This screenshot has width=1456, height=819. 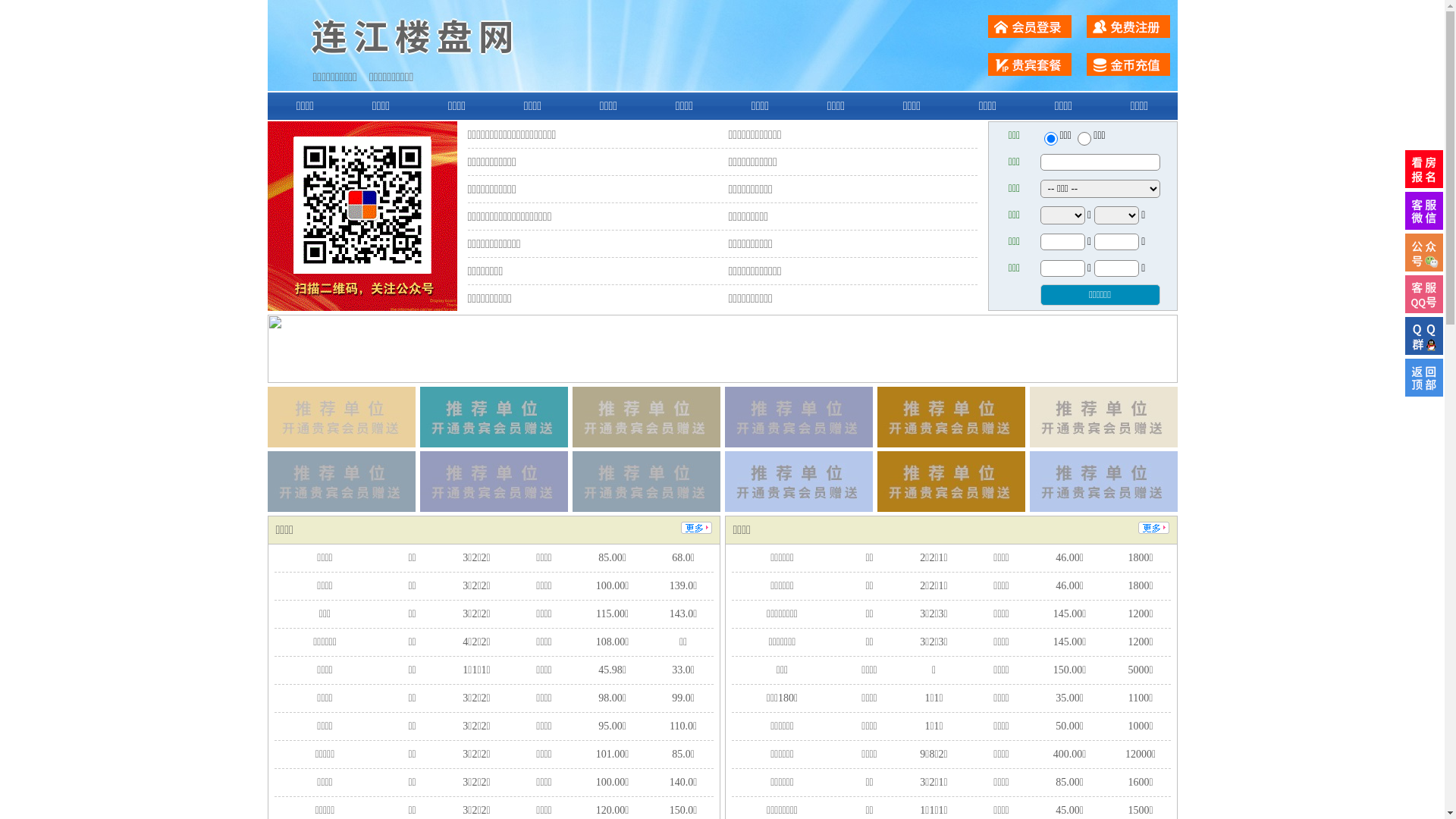 I want to click on 'ershou', so click(x=1050, y=138).